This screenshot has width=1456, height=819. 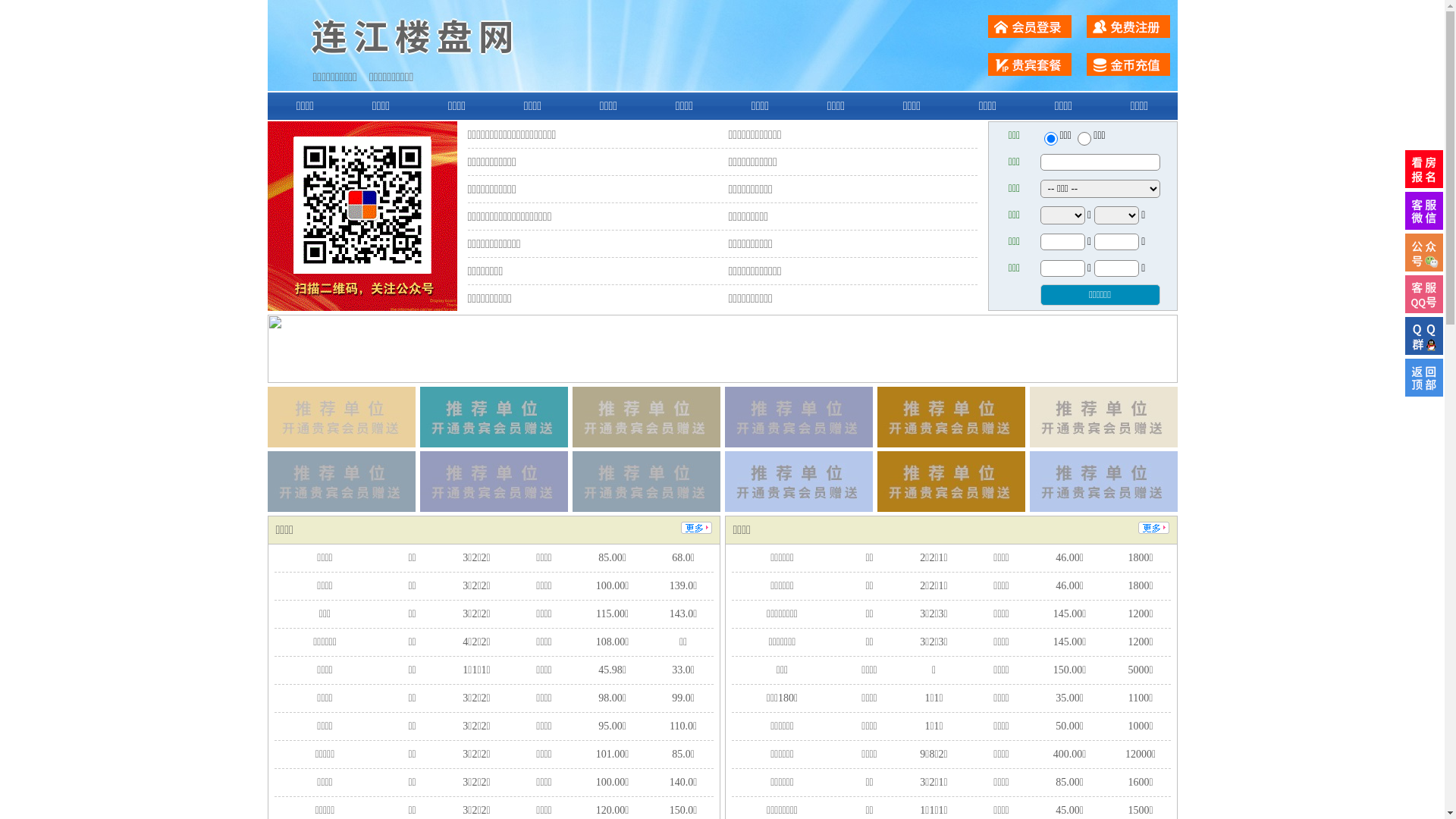 I want to click on 'ershou', so click(x=1050, y=138).